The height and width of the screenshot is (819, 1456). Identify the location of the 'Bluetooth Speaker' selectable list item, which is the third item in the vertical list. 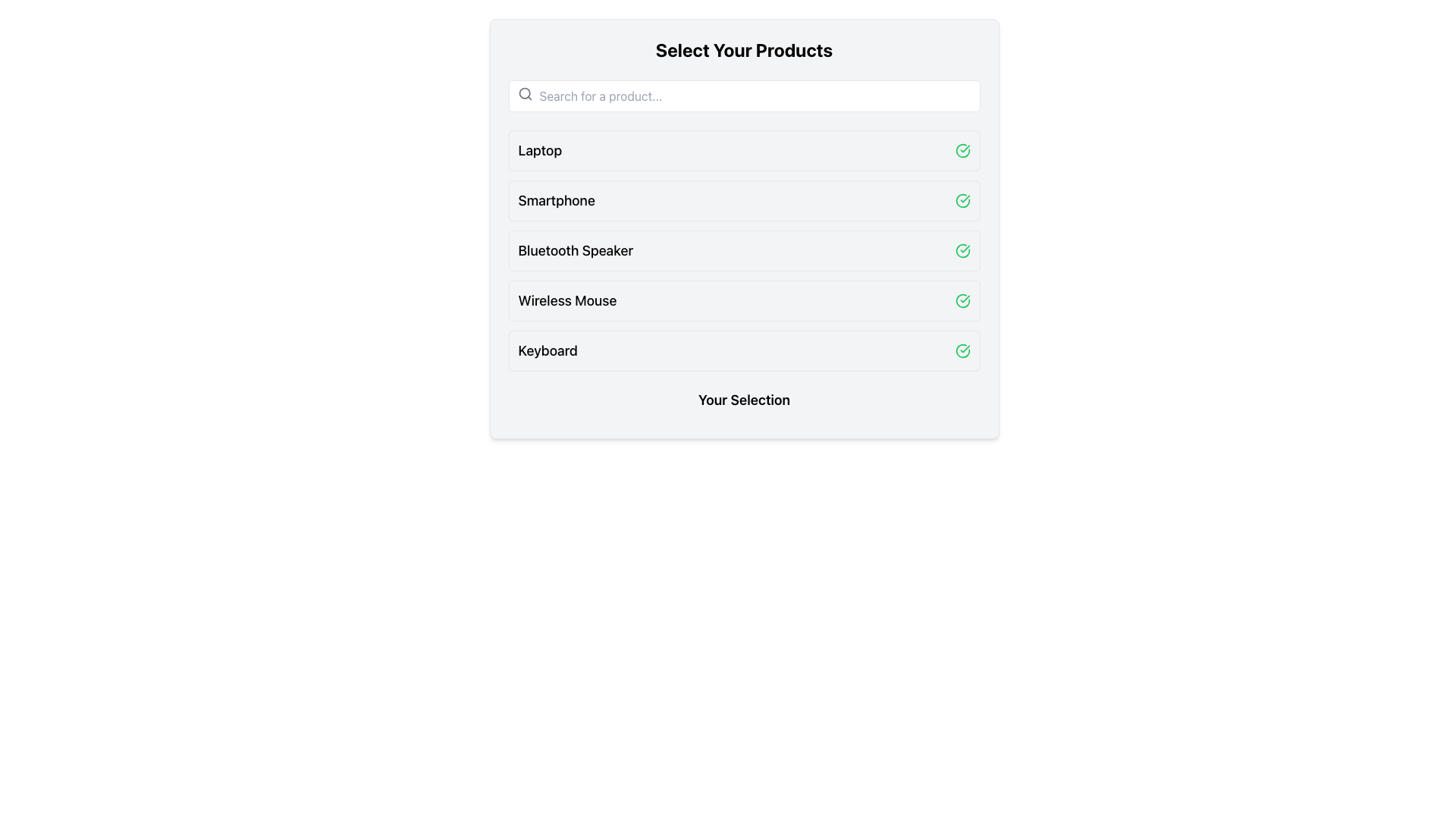
(744, 250).